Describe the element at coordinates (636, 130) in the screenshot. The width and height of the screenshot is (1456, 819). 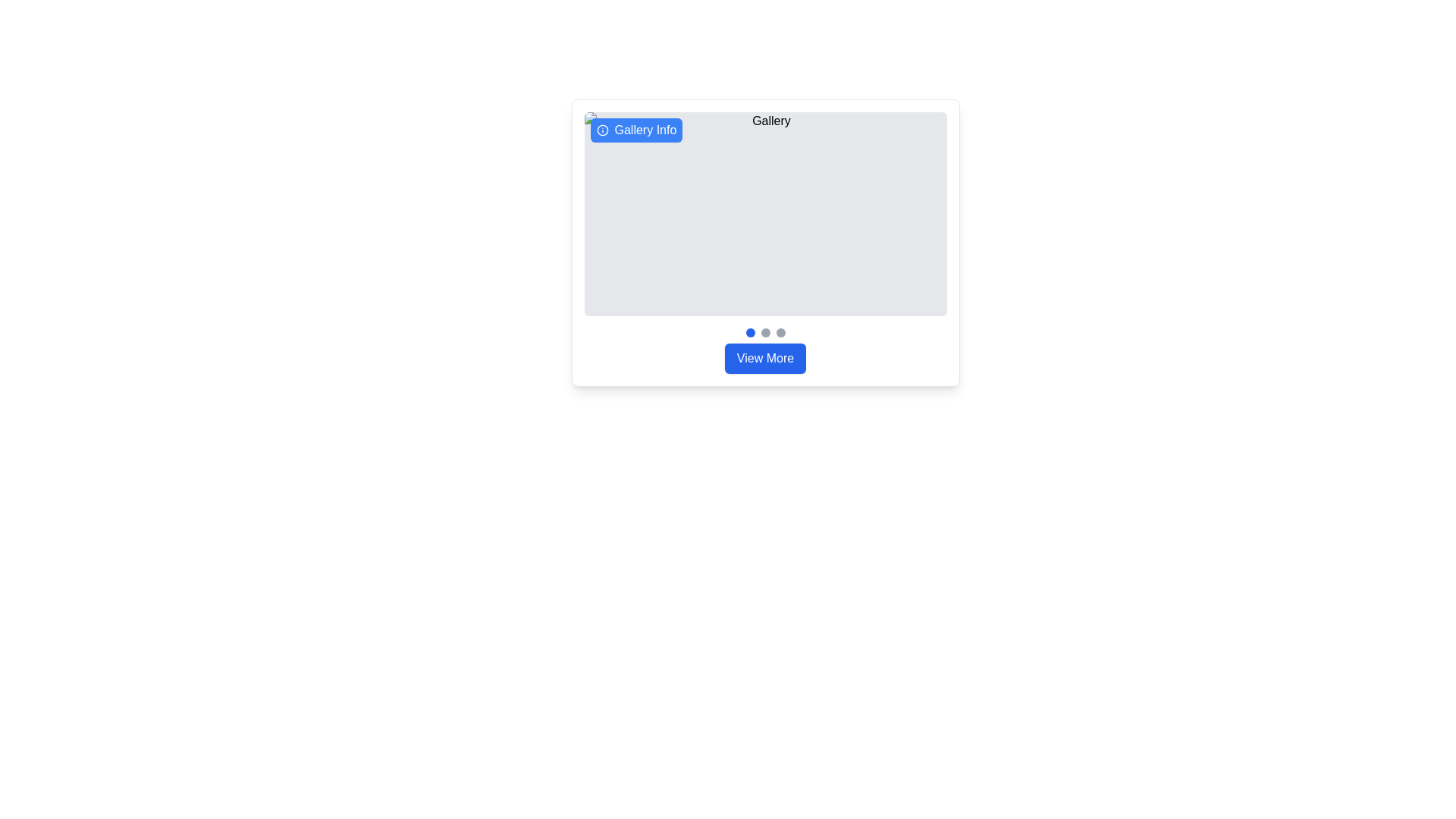
I see `the non-clickable informational button labeled 'Gallery Info' with a blue background and white text, located in the top-left corner of the gallery thumbnail area` at that location.